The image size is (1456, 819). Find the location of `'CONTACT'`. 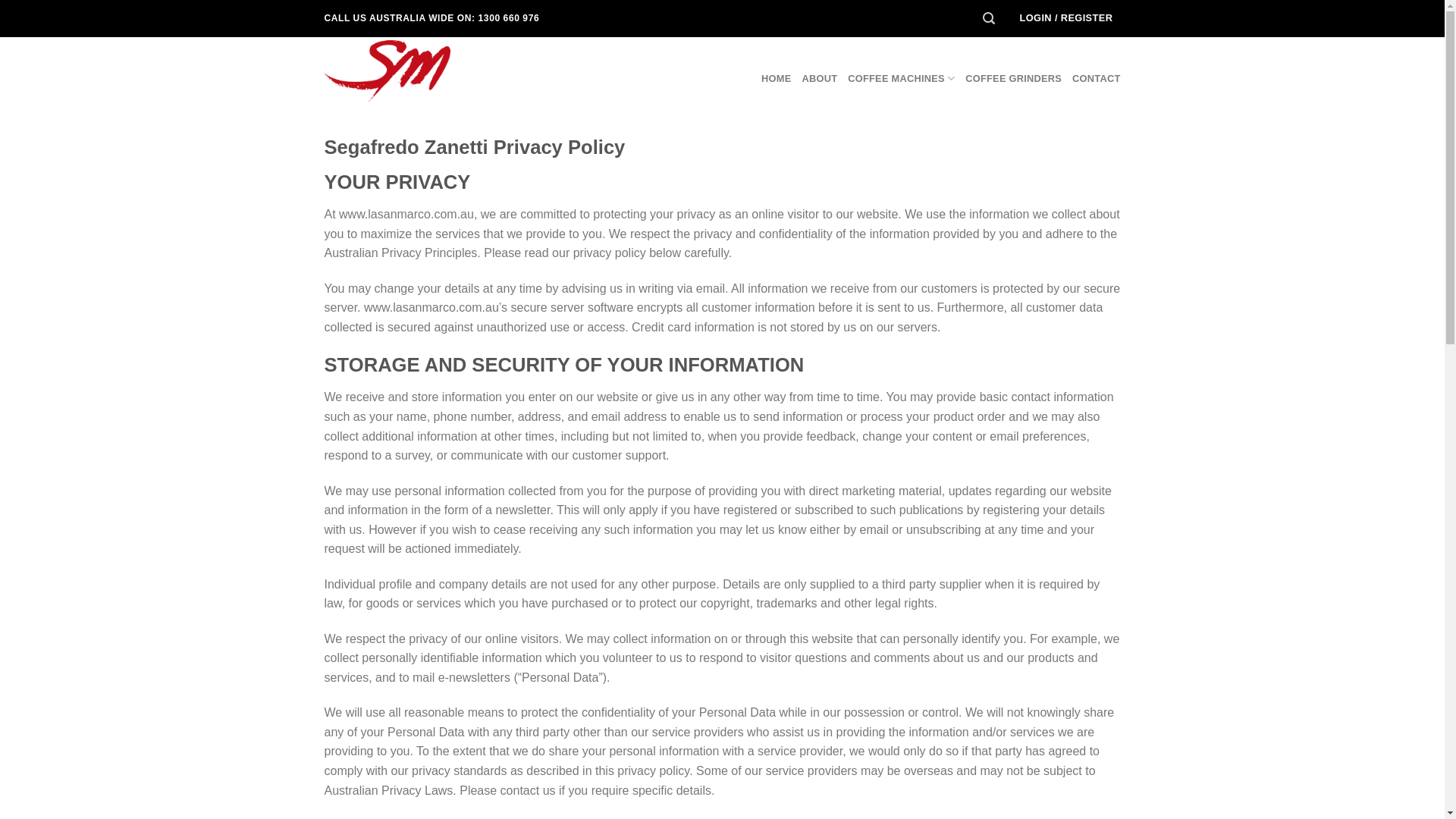

'CONTACT' is located at coordinates (1072, 79).